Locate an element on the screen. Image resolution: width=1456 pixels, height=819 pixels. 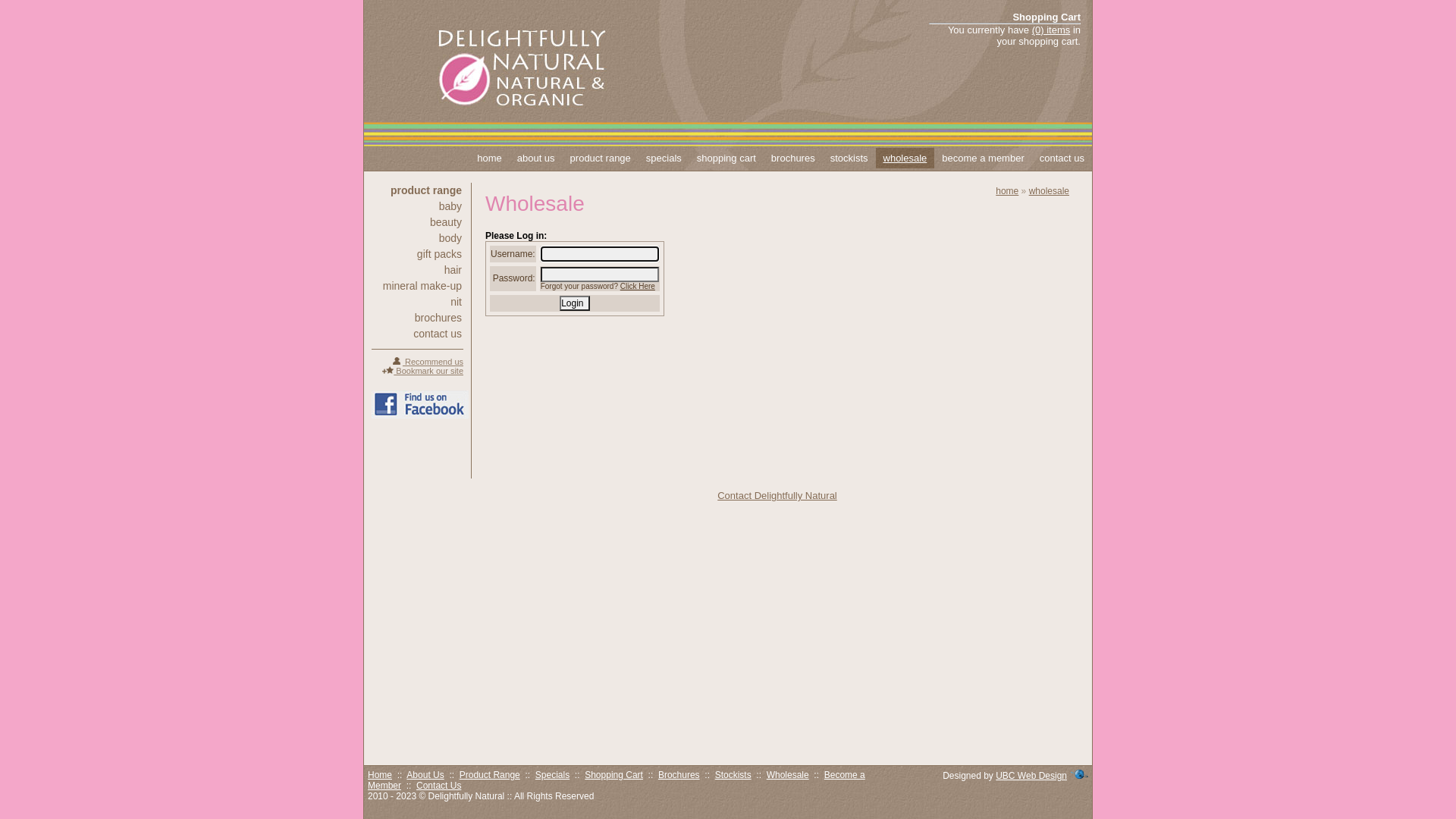
'Product Range' is located at coordinates (490, 775).